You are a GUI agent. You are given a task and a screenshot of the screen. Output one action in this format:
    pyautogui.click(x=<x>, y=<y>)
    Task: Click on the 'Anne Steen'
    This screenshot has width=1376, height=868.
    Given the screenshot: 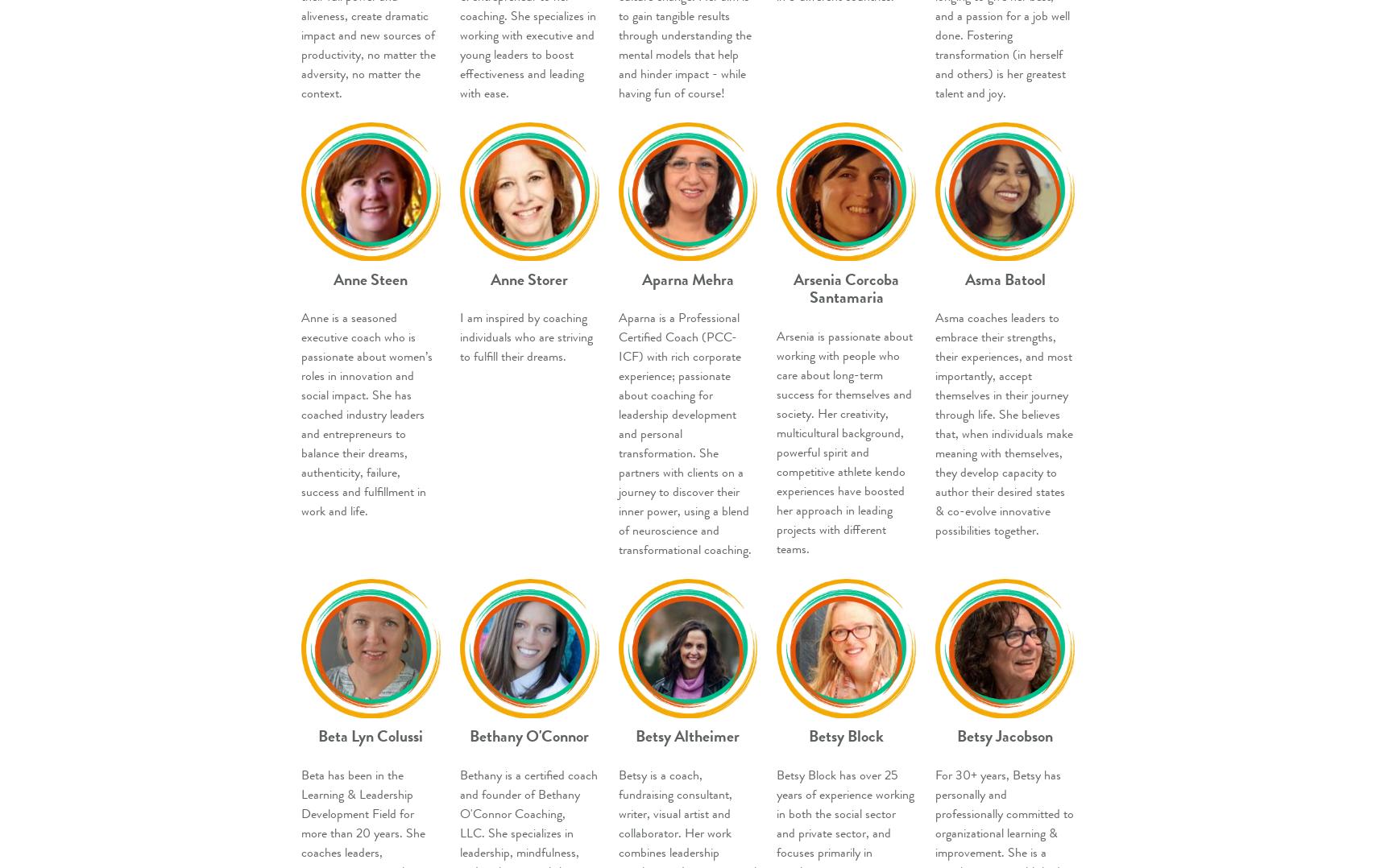 What is the action you would take?
    pyautogui.click(x=334, y=278)
    